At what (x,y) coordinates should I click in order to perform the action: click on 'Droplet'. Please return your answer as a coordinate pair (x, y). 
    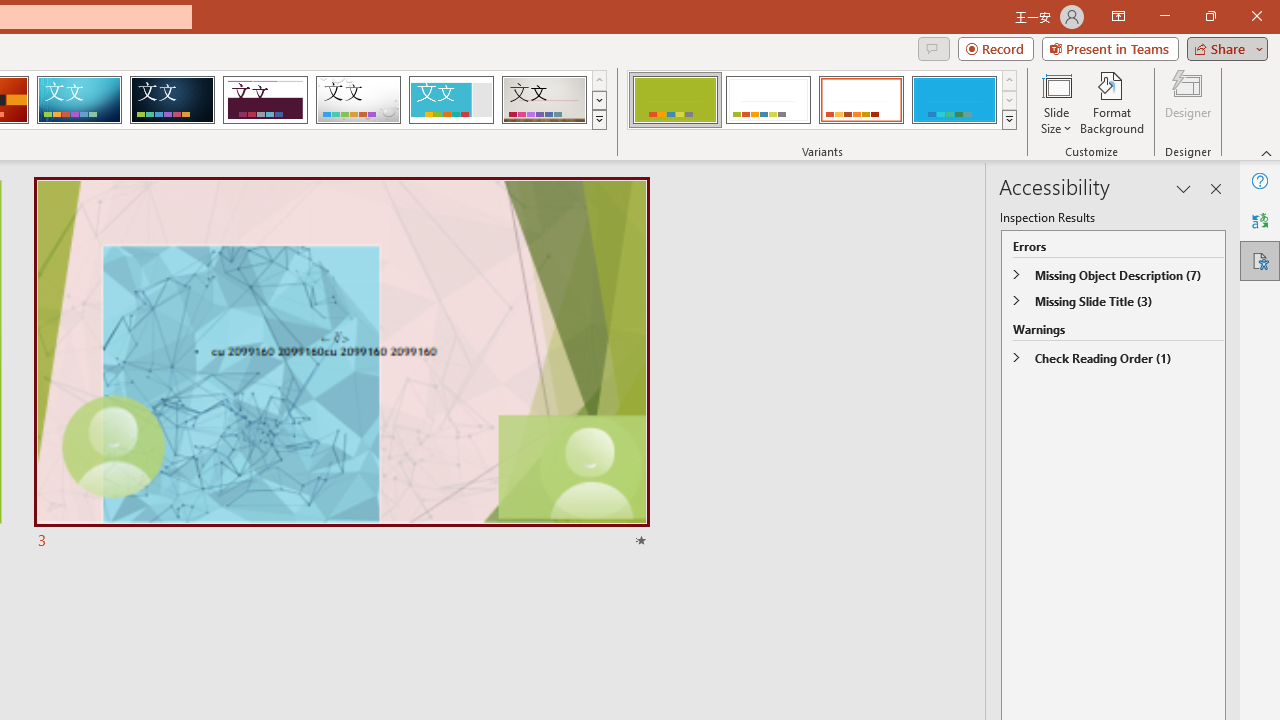
    Looking at the image, I should click on (358, 100).